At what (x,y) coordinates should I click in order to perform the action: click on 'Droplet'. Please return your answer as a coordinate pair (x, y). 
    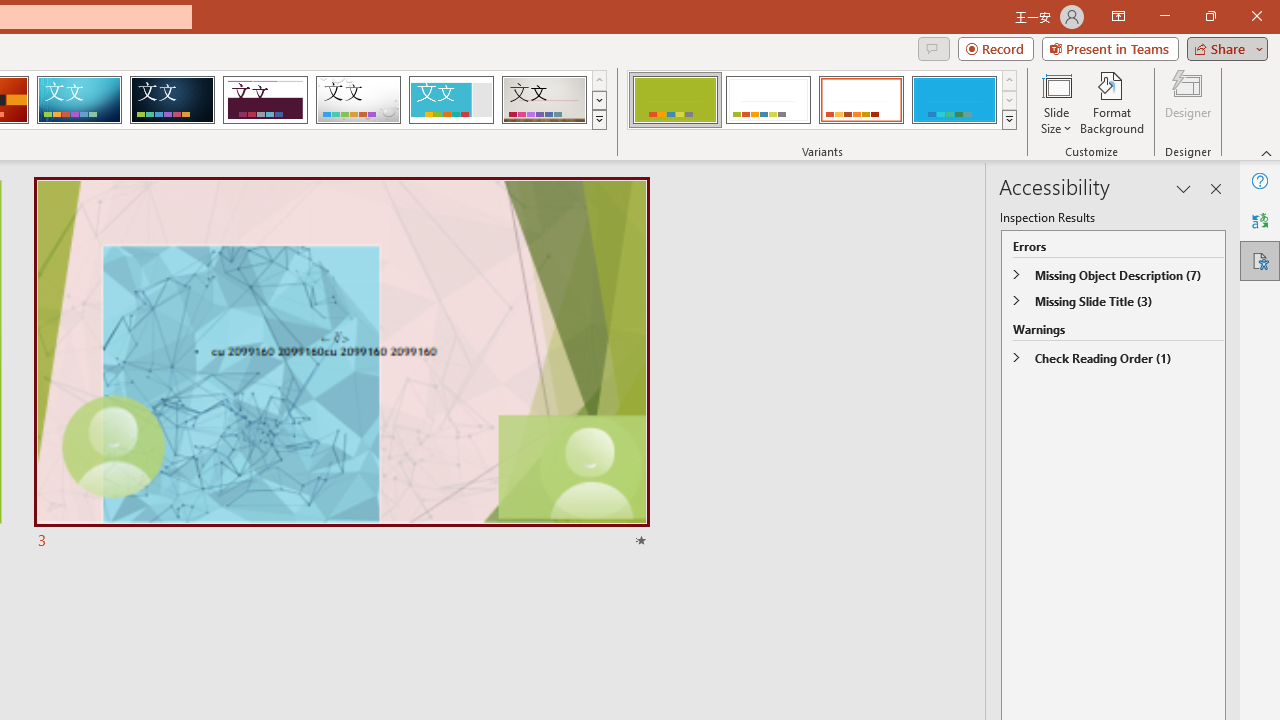
    Looking at the image, I should click on (358, 100).